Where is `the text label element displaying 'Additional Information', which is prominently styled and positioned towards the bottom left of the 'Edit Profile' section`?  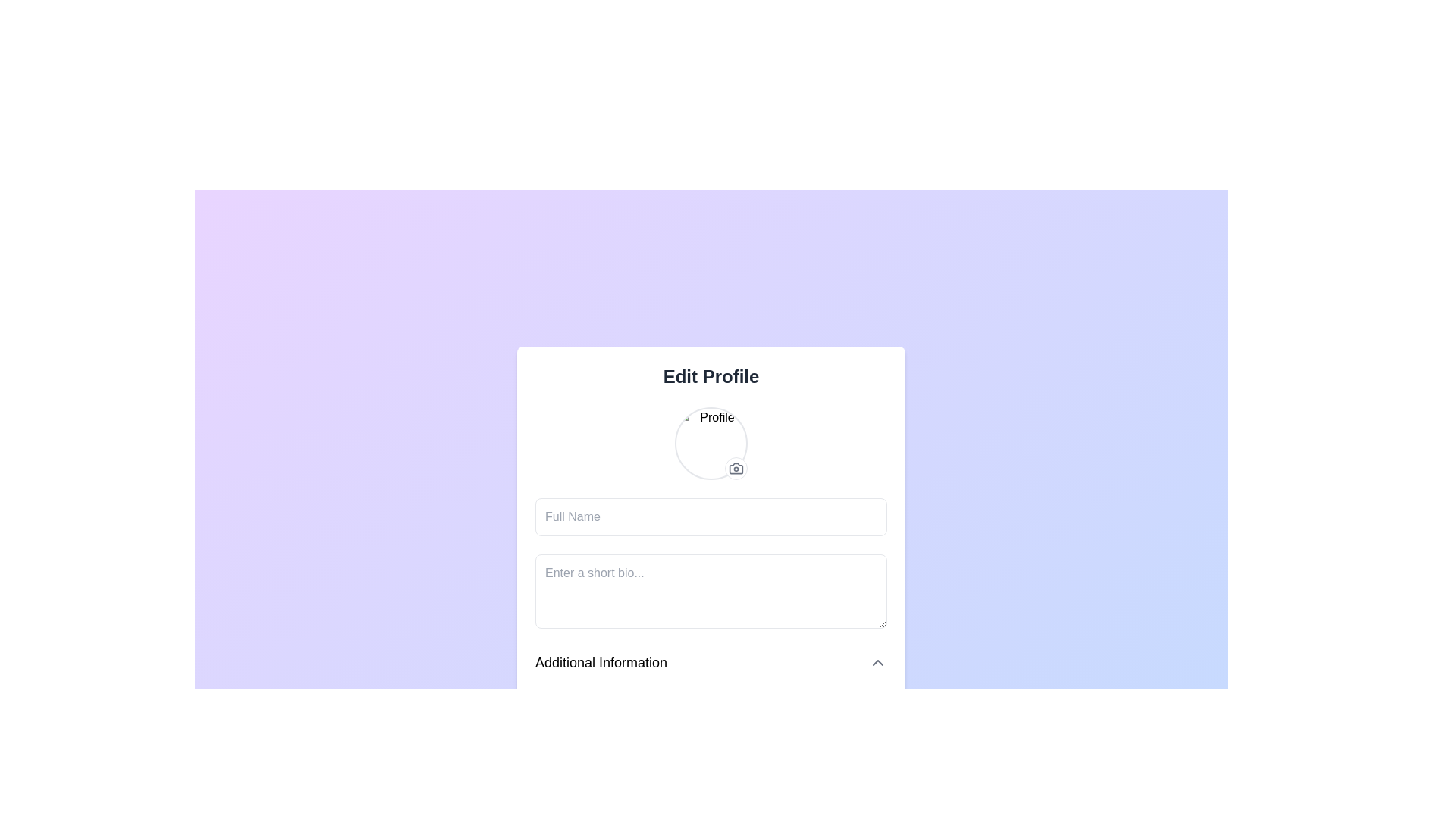 the text label element displaying 'Additional Information', which is prominently styled and positioned towards the bottom left of the 'Edit Profile' section is located at coordinates (600, 661).